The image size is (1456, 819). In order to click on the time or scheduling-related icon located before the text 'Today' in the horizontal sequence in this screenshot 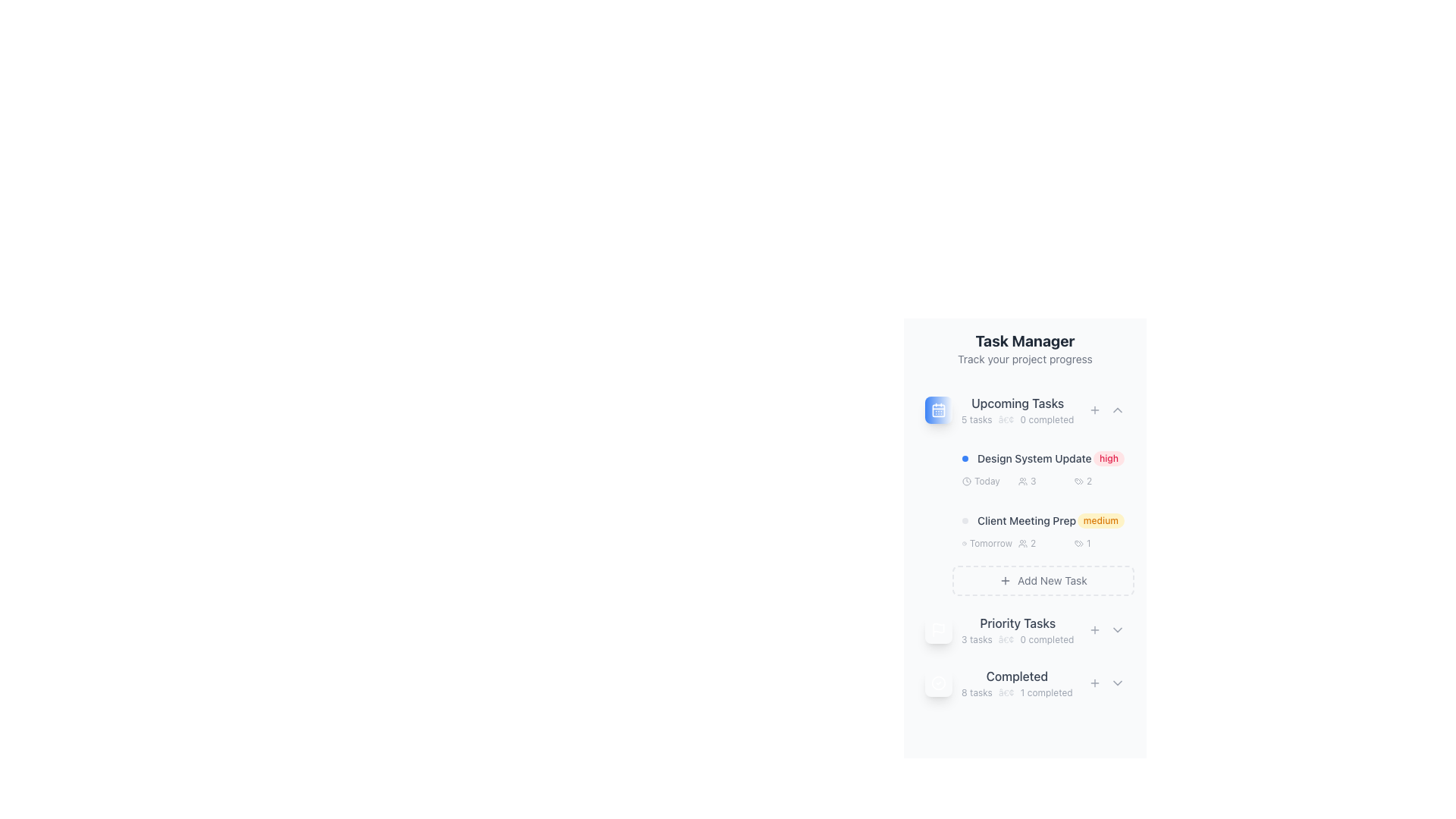, I will do `click(966, 482)`.